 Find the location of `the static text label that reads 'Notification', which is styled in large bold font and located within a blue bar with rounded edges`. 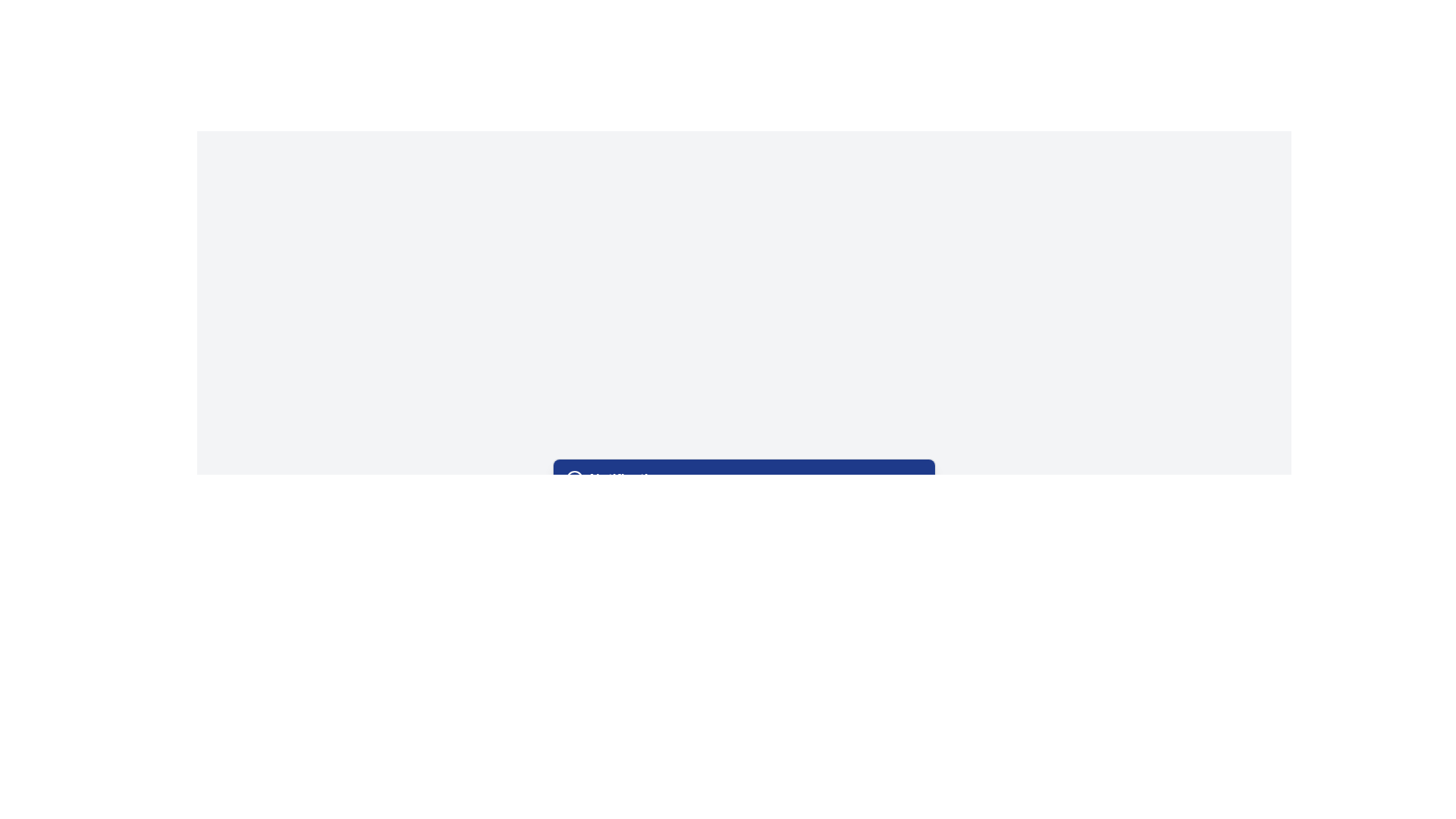

the static text label that reads 'Notification', which is styled in large bold font and located within a blue bar with rounded edges is located at coordinates (627, 479).